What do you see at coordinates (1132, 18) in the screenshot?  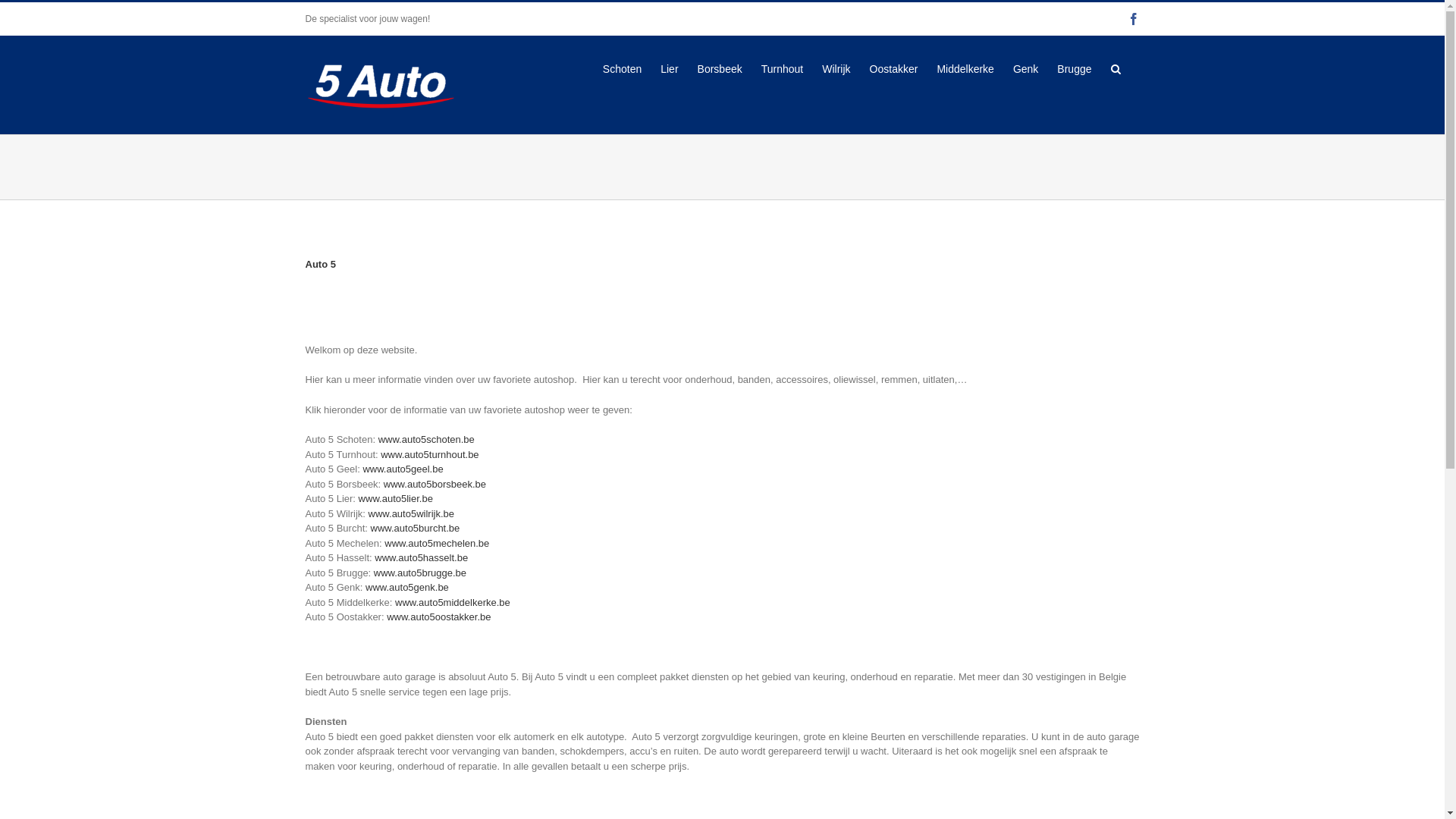 I see `'Facebook'` at bounding box center [1132, 18].